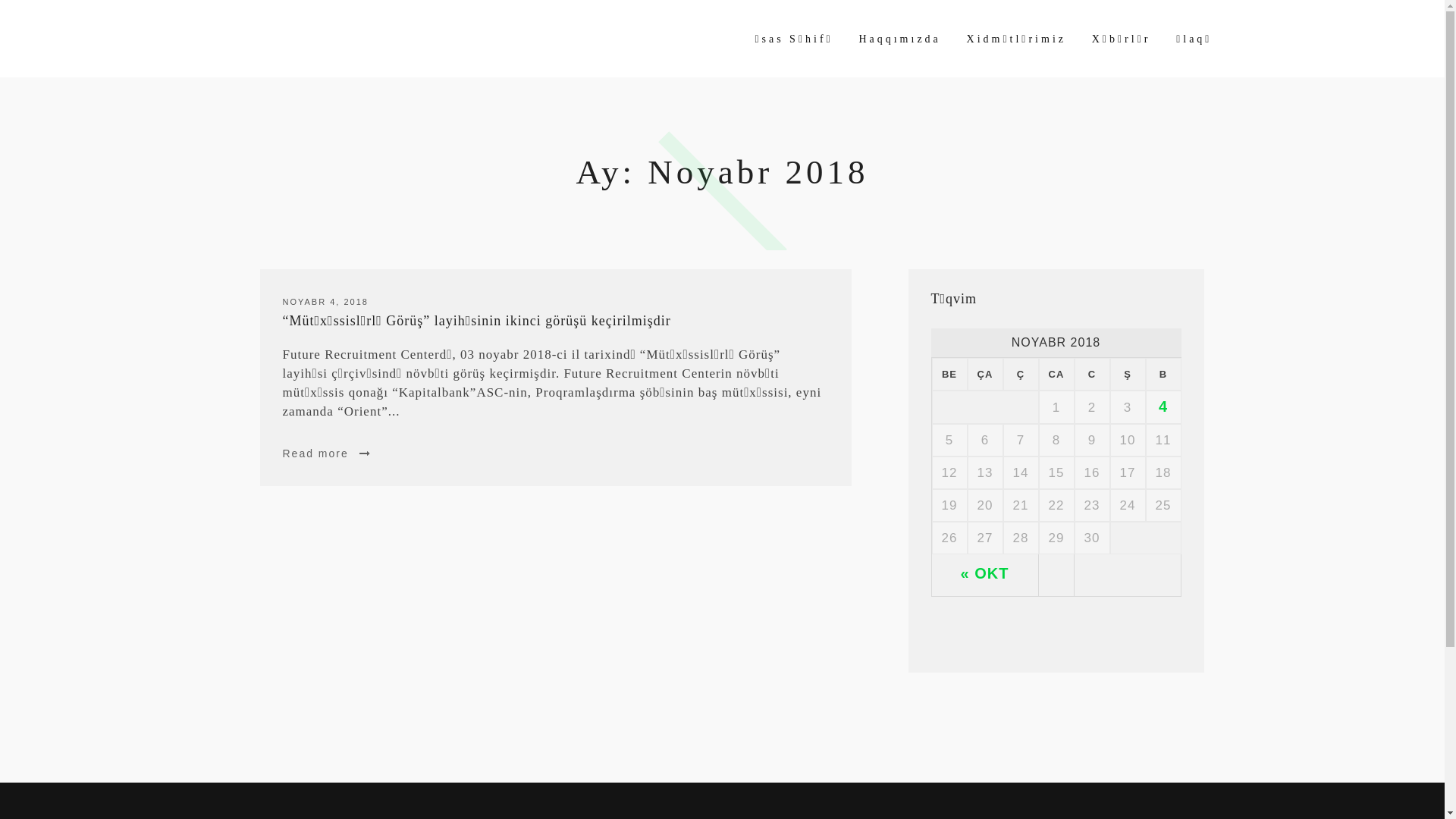  Describe the element at coordinates (1163, 406) in the screenshot. I see `'4'` at that location.